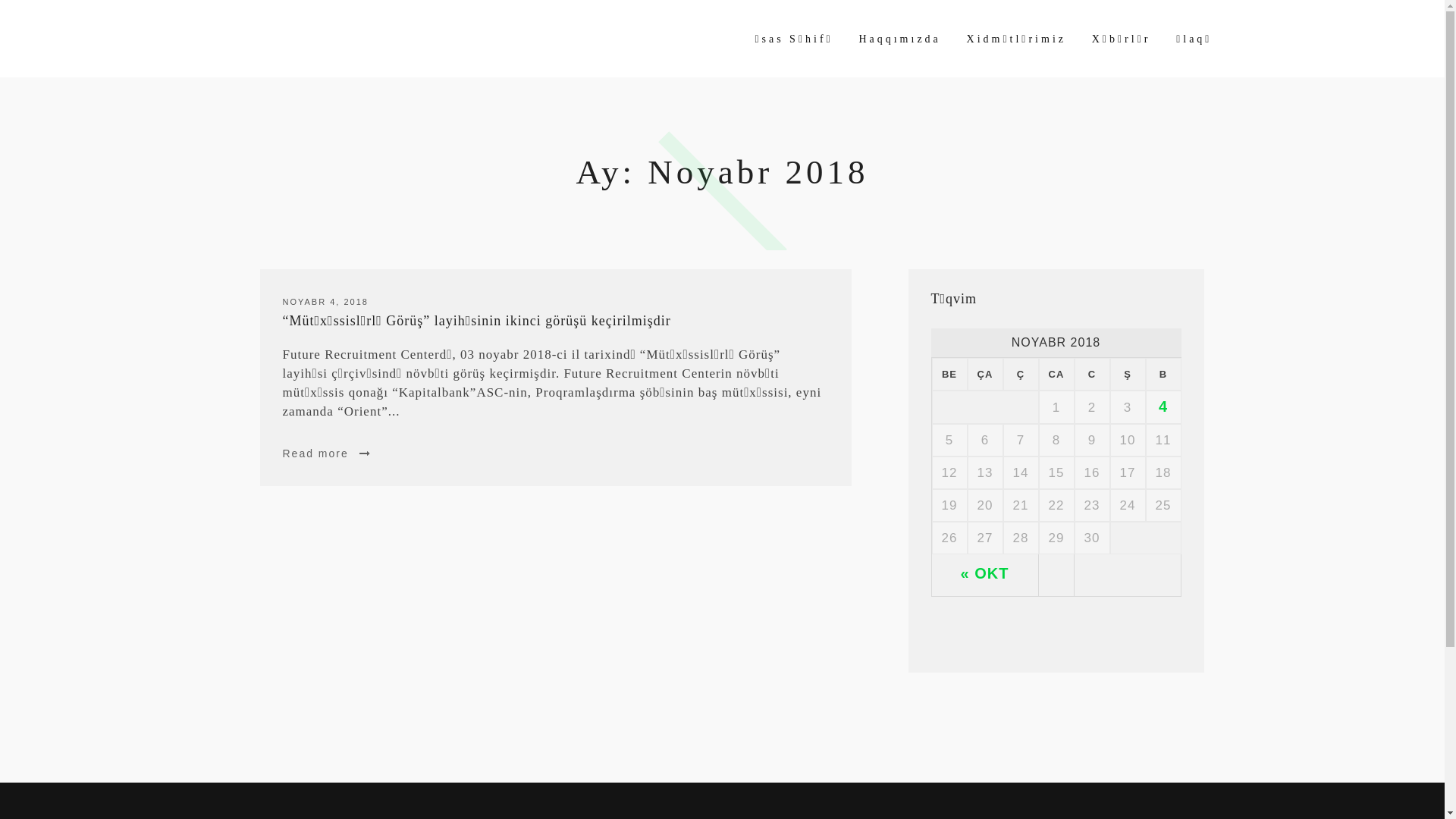  Describe the element at coordinates (1163, 406) in the screenshot. I see `'4'` at that location.